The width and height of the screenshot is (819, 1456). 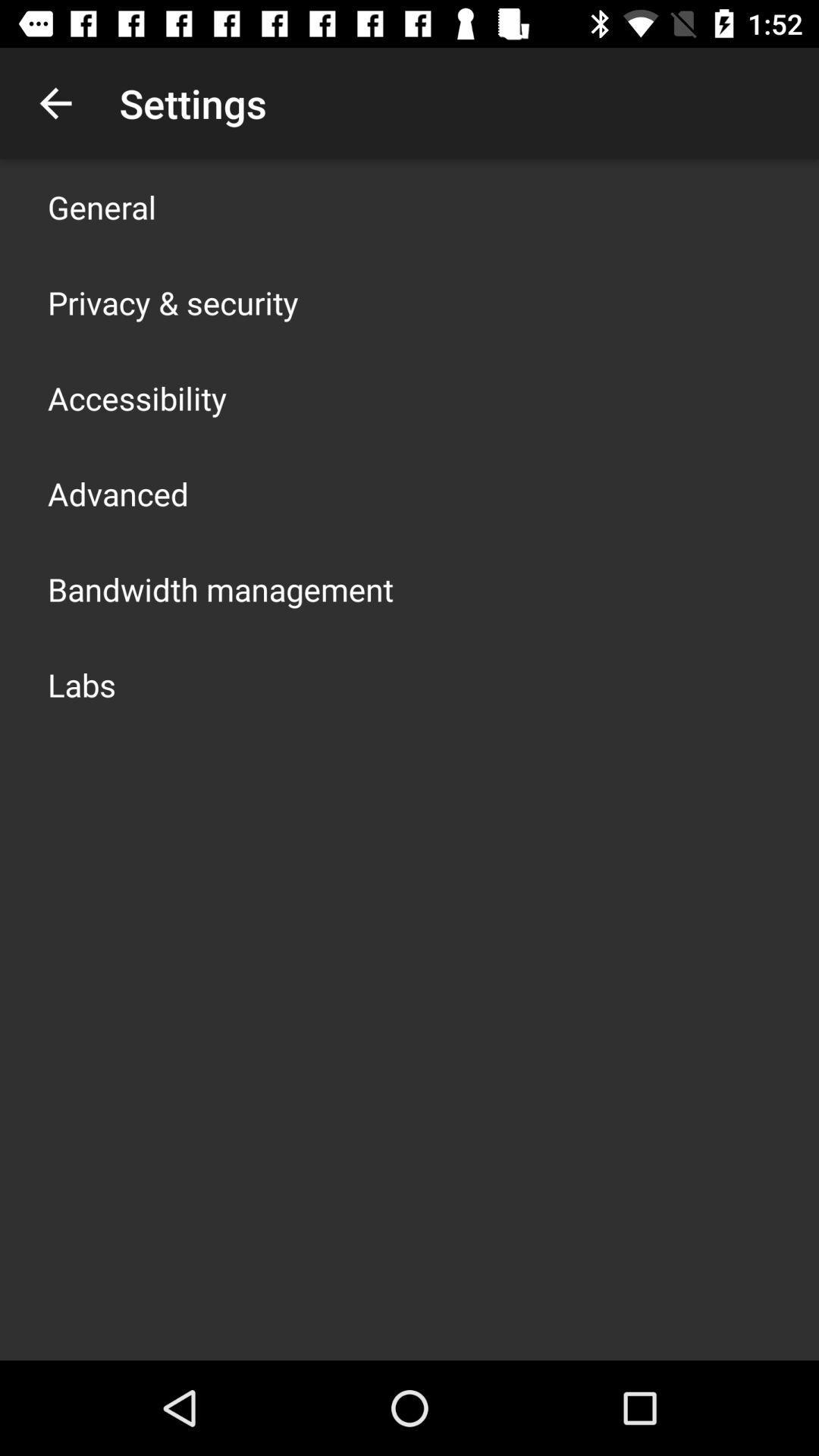 What do you see at coordinates (55, 102) in the screenshot?
I see `the app to the left of the settings icon` at bounding box center [55, 102].